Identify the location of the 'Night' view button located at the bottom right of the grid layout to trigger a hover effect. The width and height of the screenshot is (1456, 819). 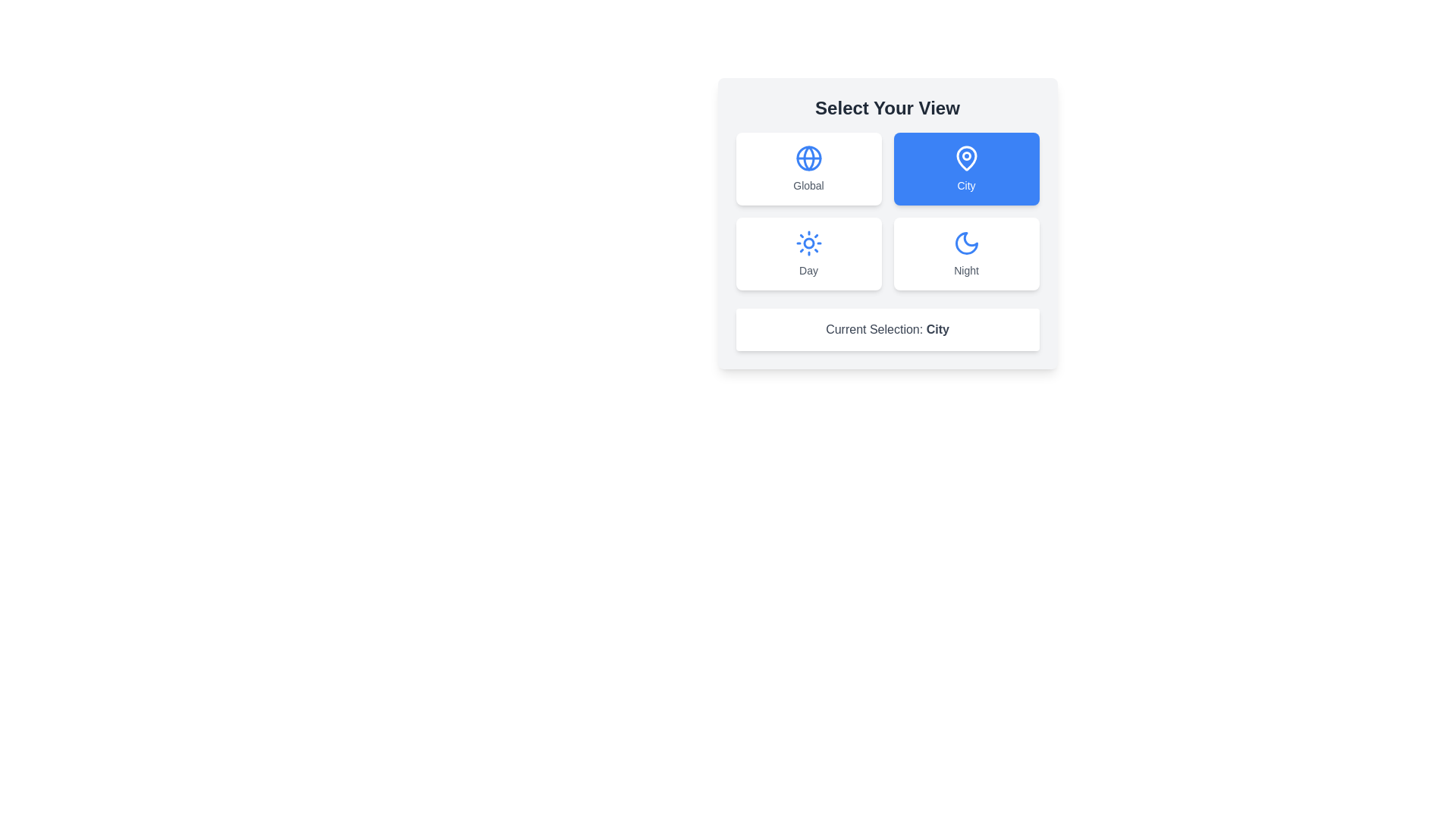
(965, 253).